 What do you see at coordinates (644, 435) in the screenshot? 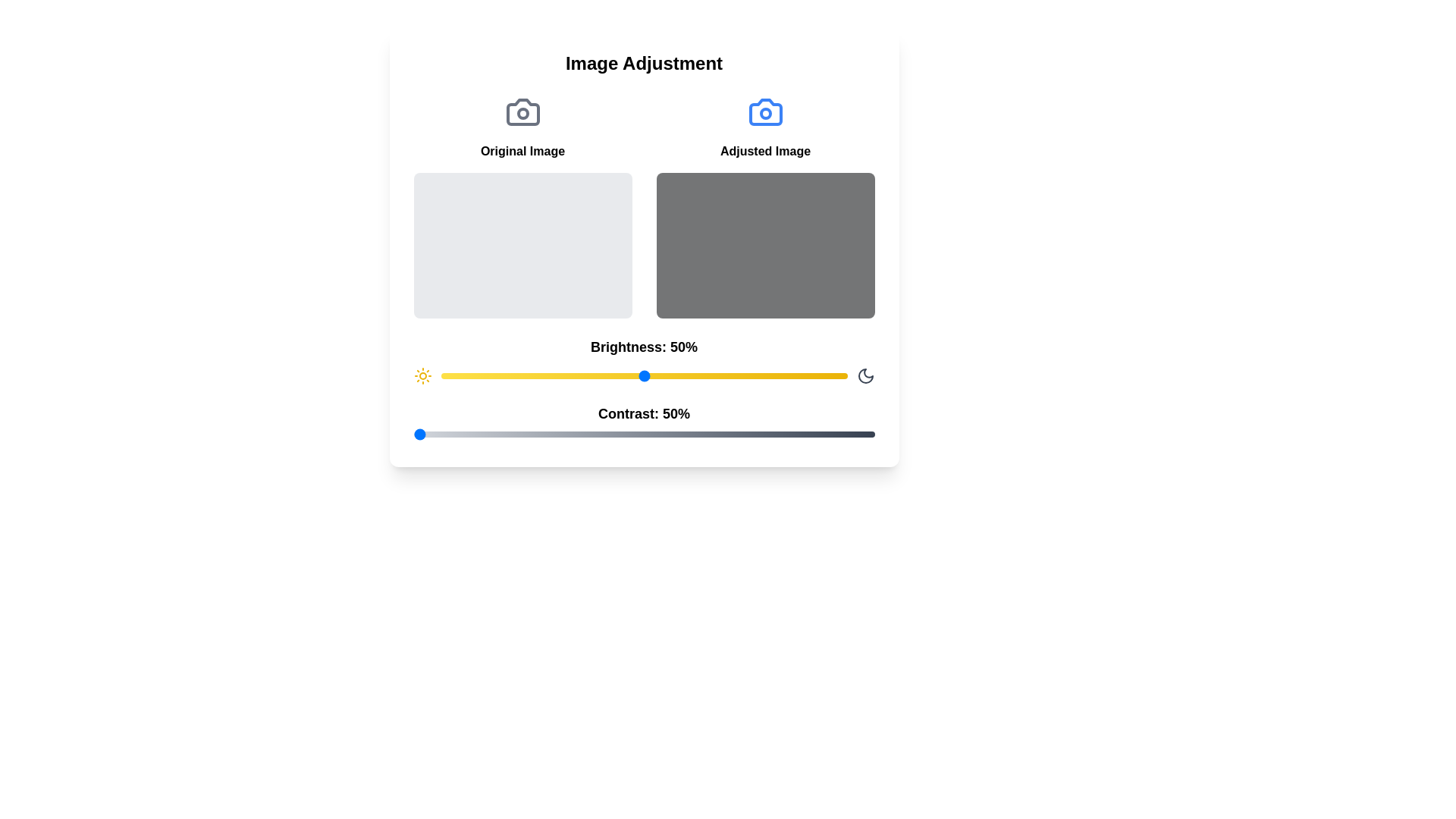
I see `the contrast` at bounding box center [644, 435].